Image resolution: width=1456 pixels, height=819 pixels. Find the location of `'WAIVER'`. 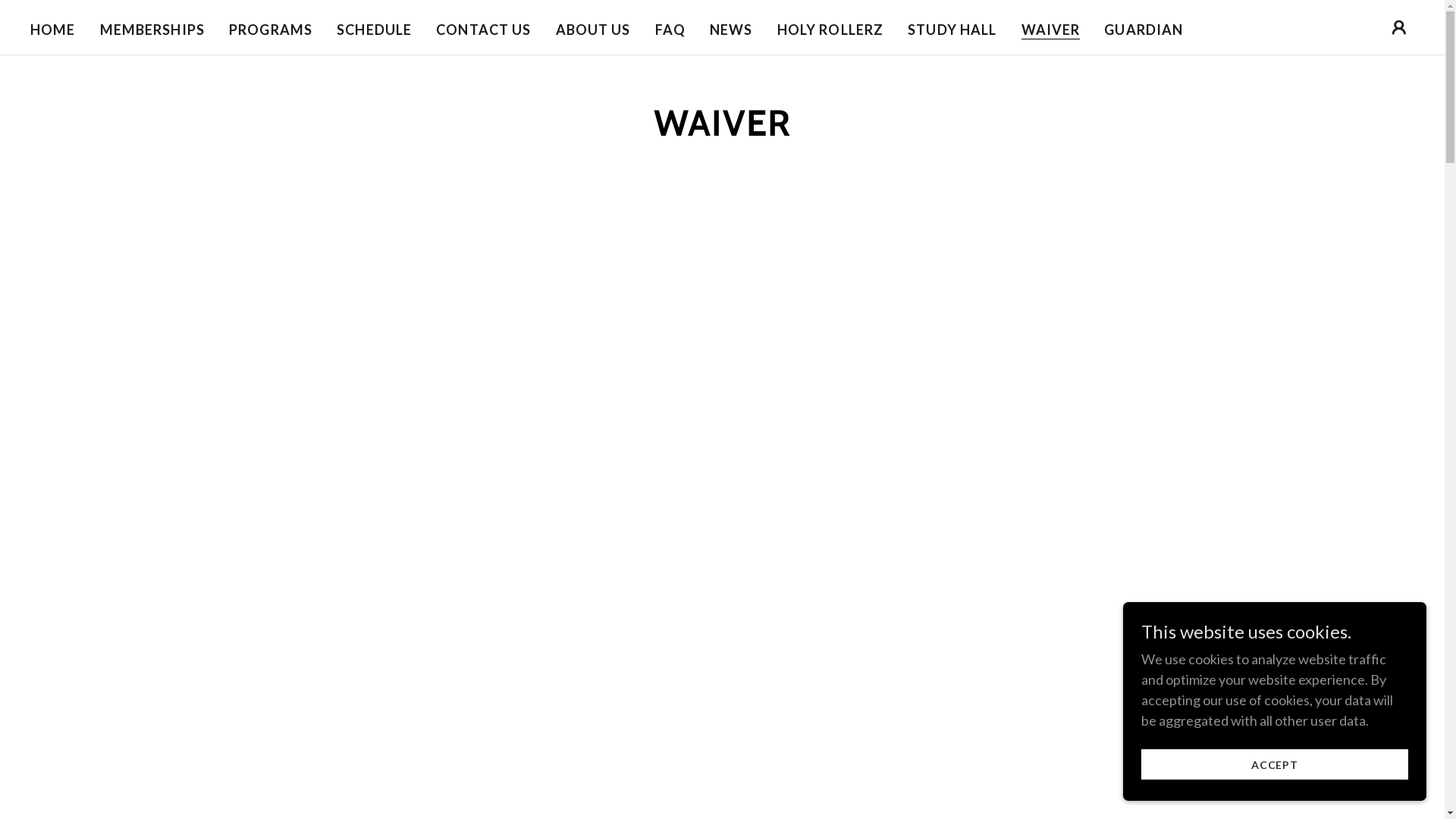

'WAIVER' is located at coordinates (1021, 29).